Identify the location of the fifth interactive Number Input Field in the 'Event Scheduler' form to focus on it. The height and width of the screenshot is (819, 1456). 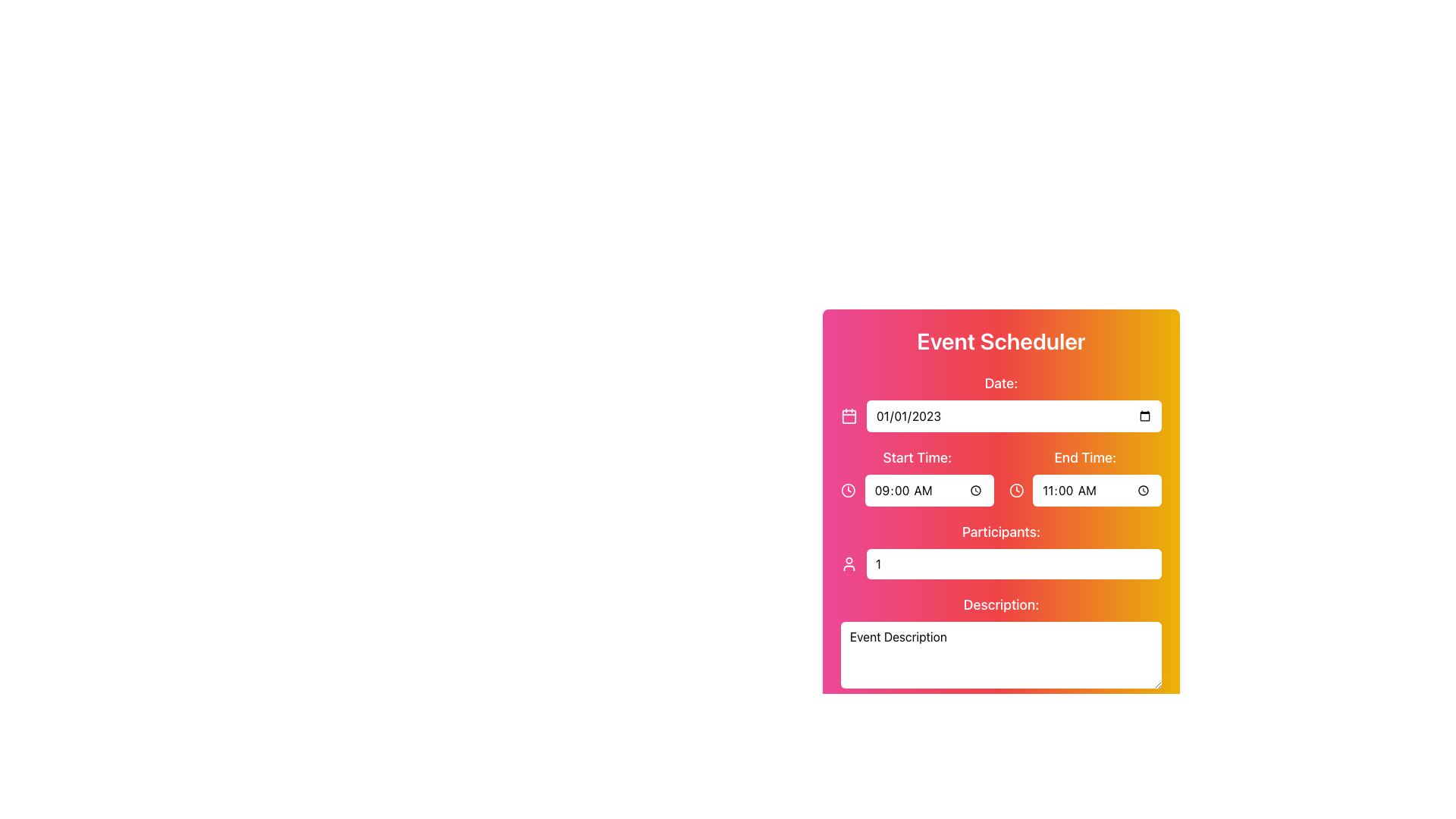
(1001, 560).